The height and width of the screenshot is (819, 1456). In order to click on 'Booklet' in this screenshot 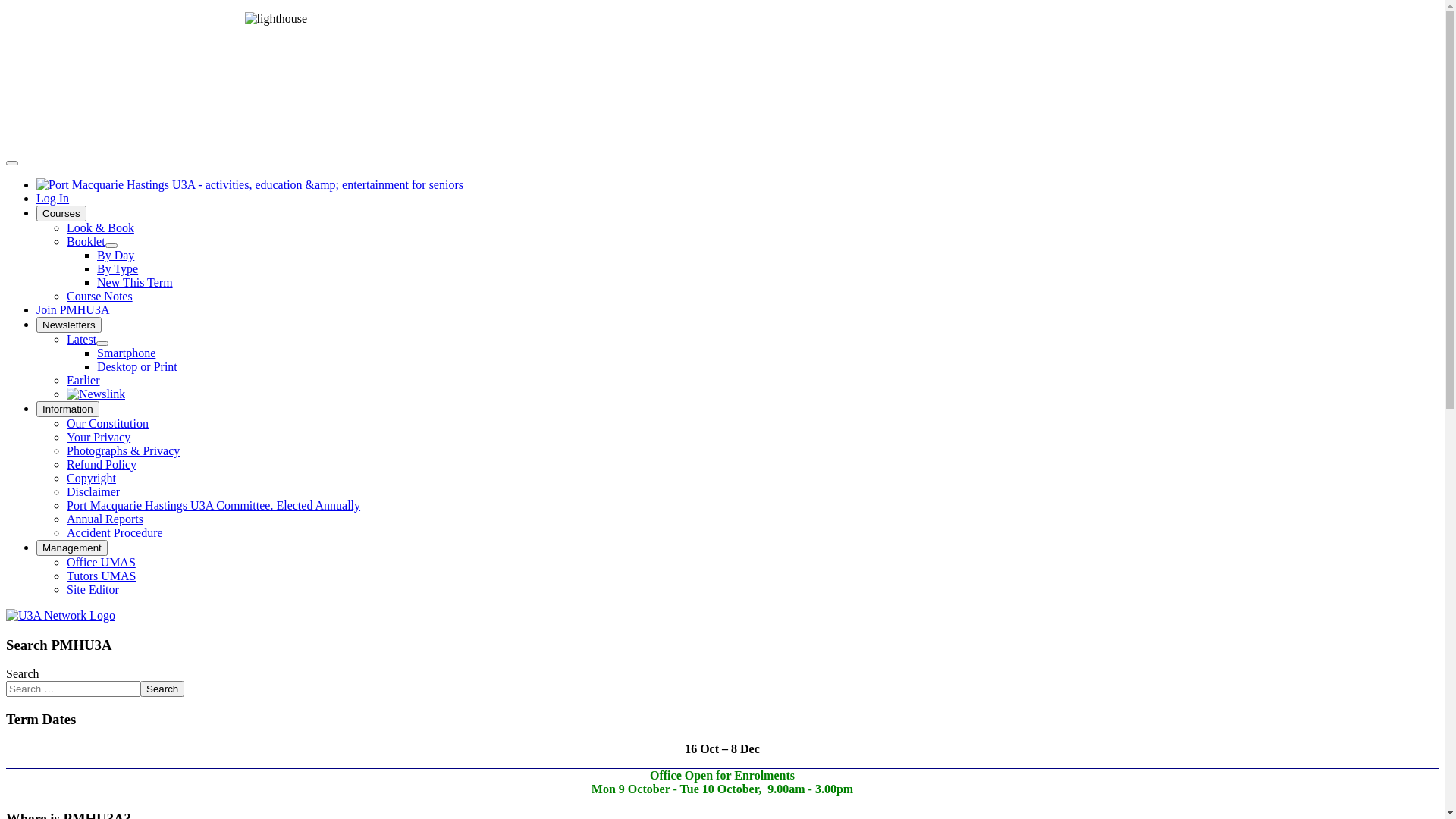, I will do `click(65, 240)`.